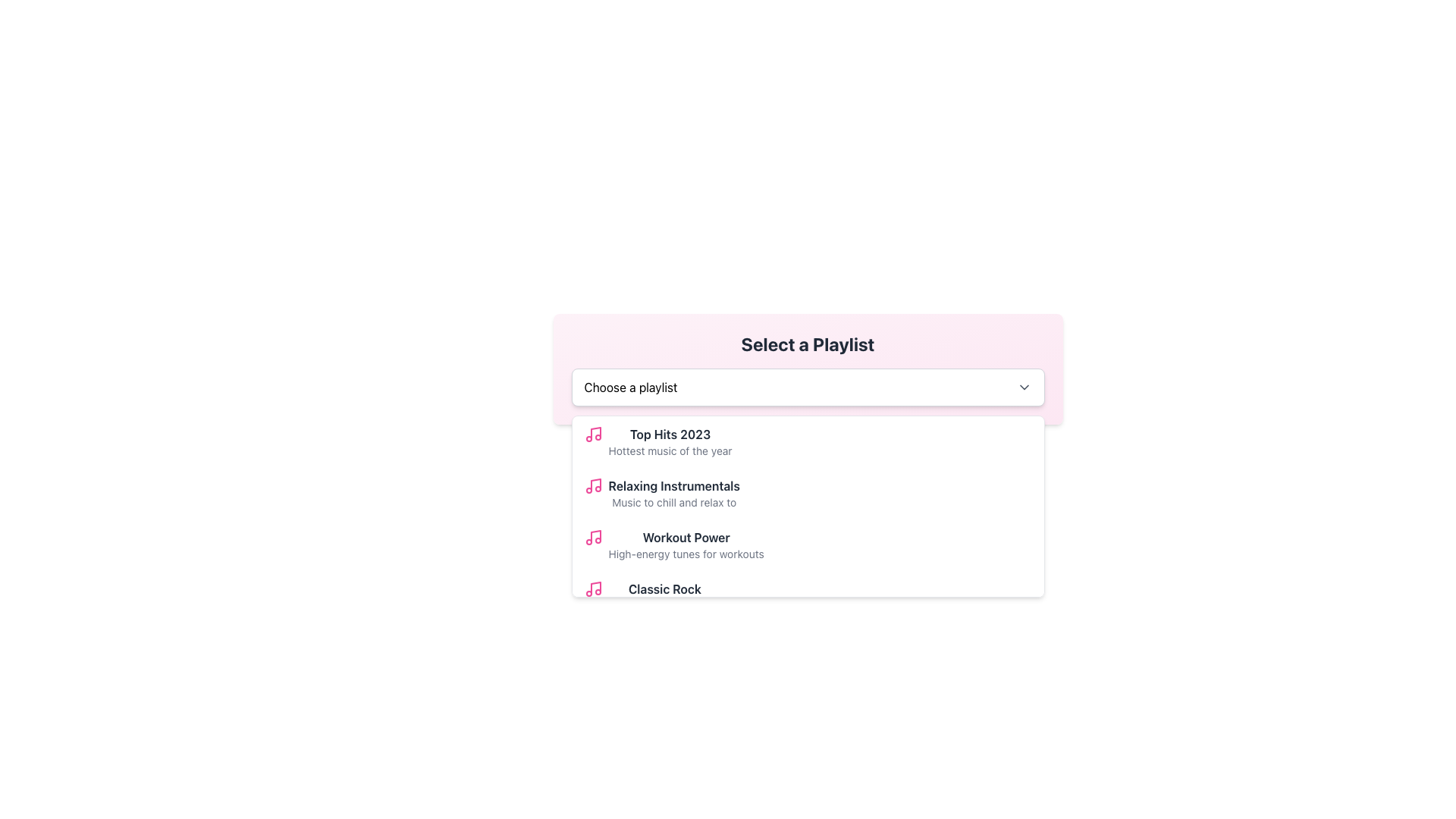 The height and width of the screenshot is (819, 1456). Describe the element at coordinates (807, 494) in the screenshot. I see `the second list item in the playlist selector titled 'Relaxing Instrumentals'` at that location.